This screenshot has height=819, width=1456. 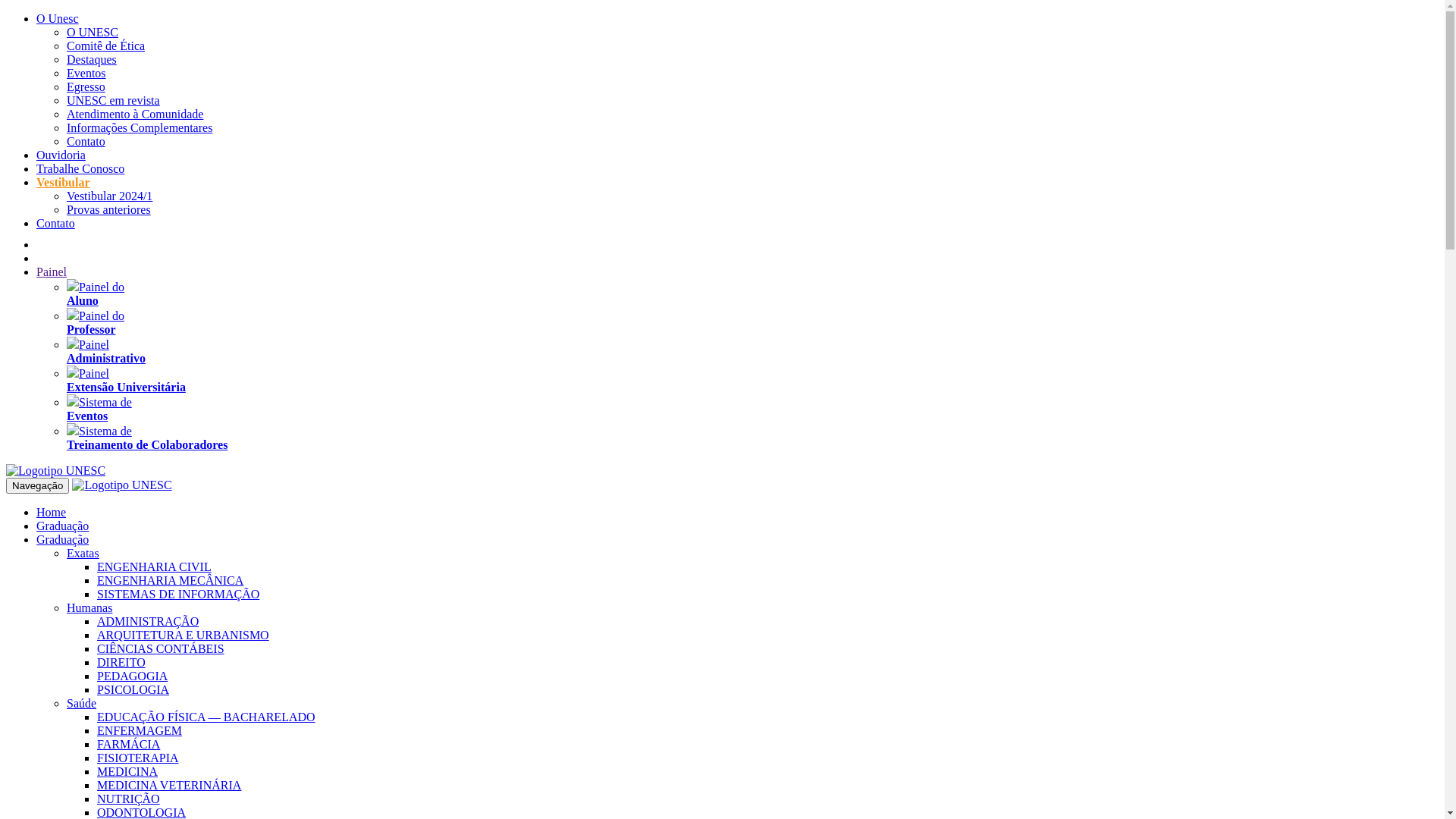 I want to click on 'Home', so click(x=36, y=512).